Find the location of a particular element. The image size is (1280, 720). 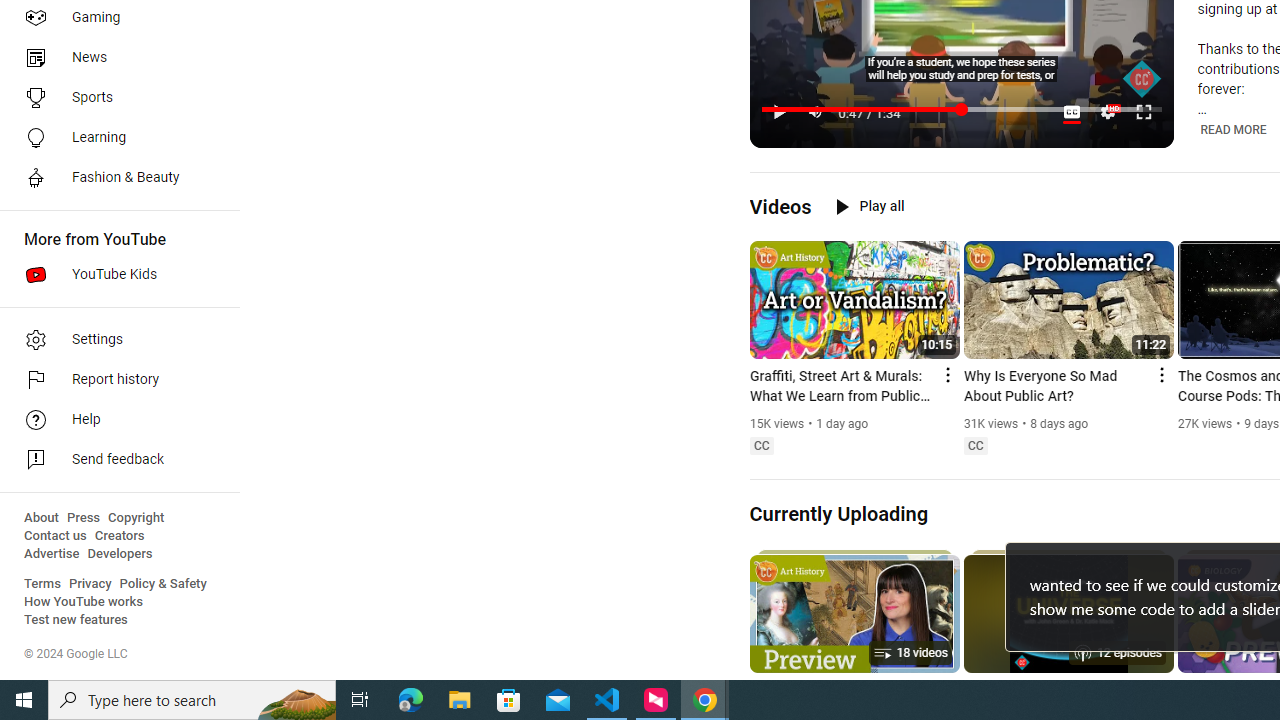

'Sports' is located at coordinates (112, 97).